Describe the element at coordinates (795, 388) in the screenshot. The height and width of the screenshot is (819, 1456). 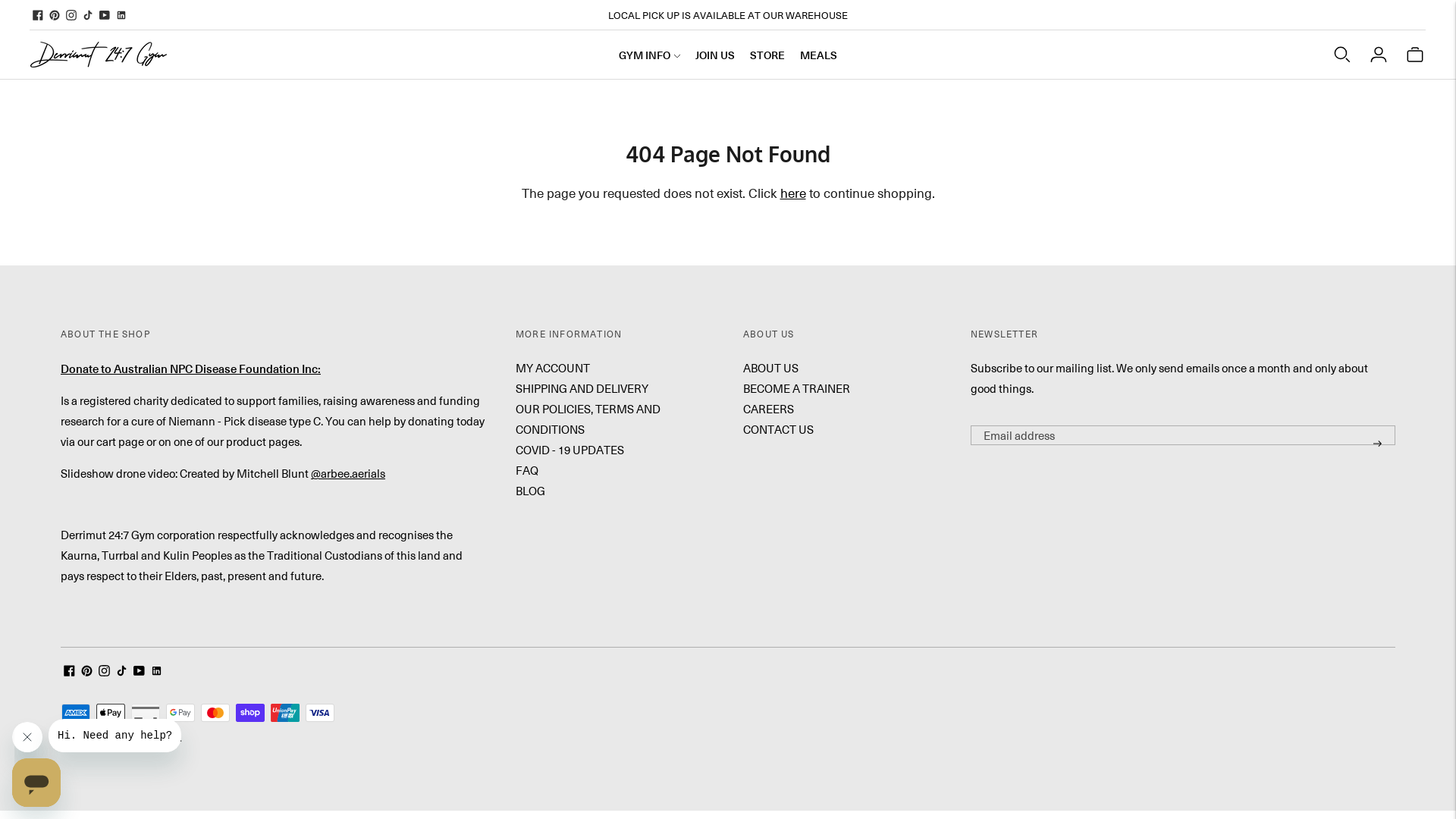
I see `'BECOME A TRAINER'` at that location.